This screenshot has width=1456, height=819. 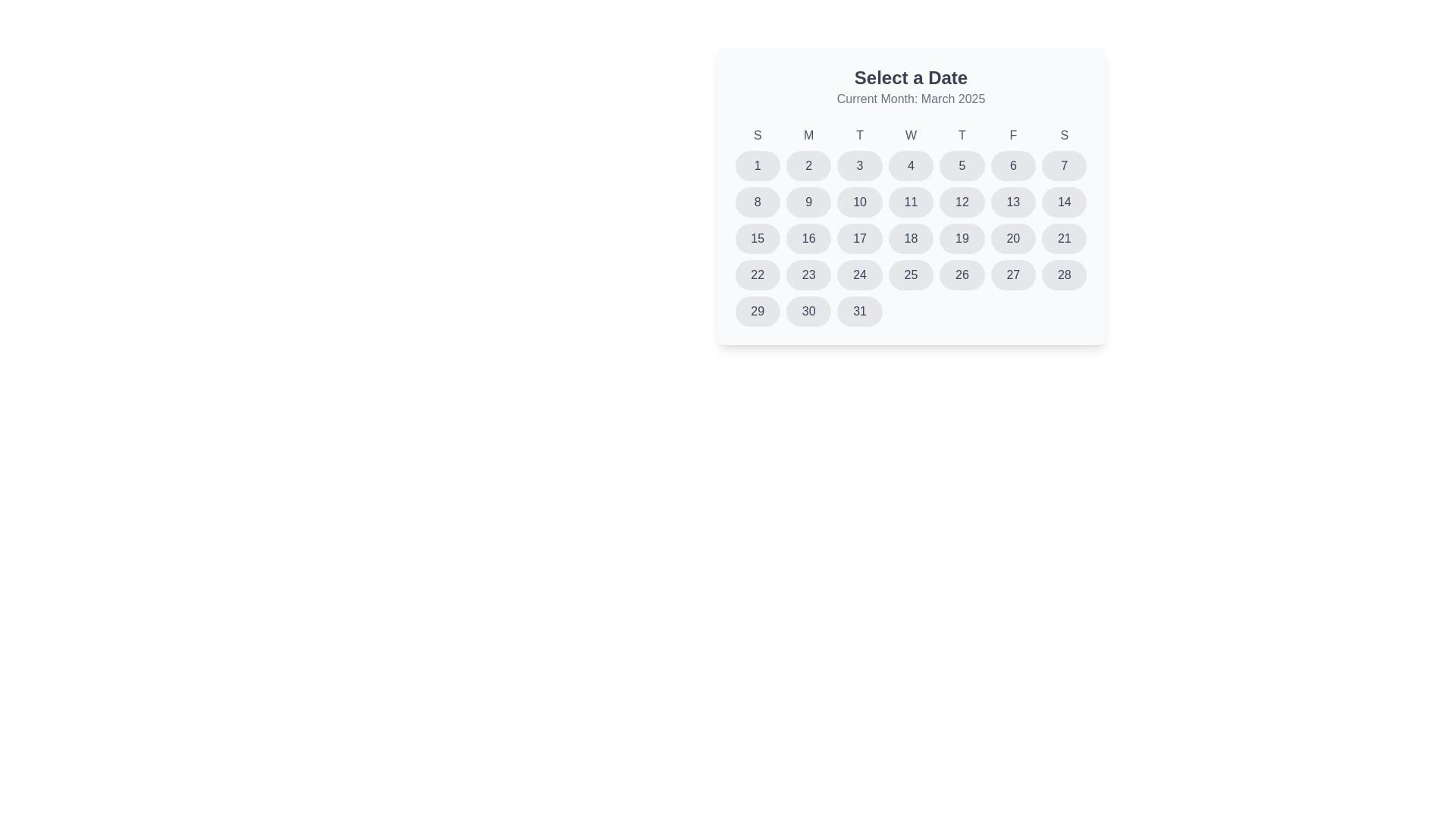 What do you see at coordinates (910, 195) in the screenshot?
I see `a date in the compact calendar view component titled 'Select a Date' for the month of 'March 2025'` at bounding box center [910, 195].